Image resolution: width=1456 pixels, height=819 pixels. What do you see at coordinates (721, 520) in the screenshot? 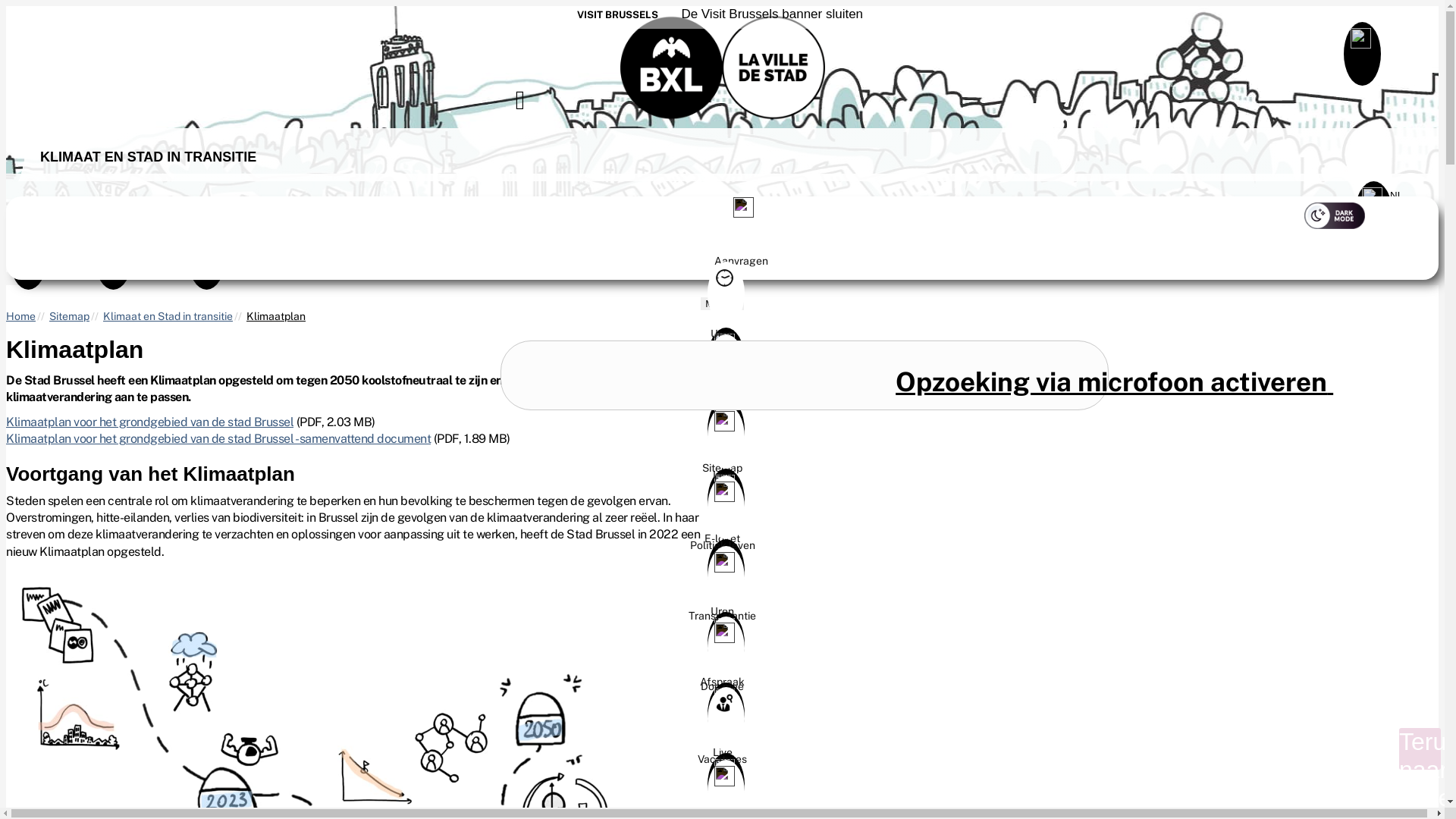
I see `'Politiek leven'` at bounding box center [721, 520].